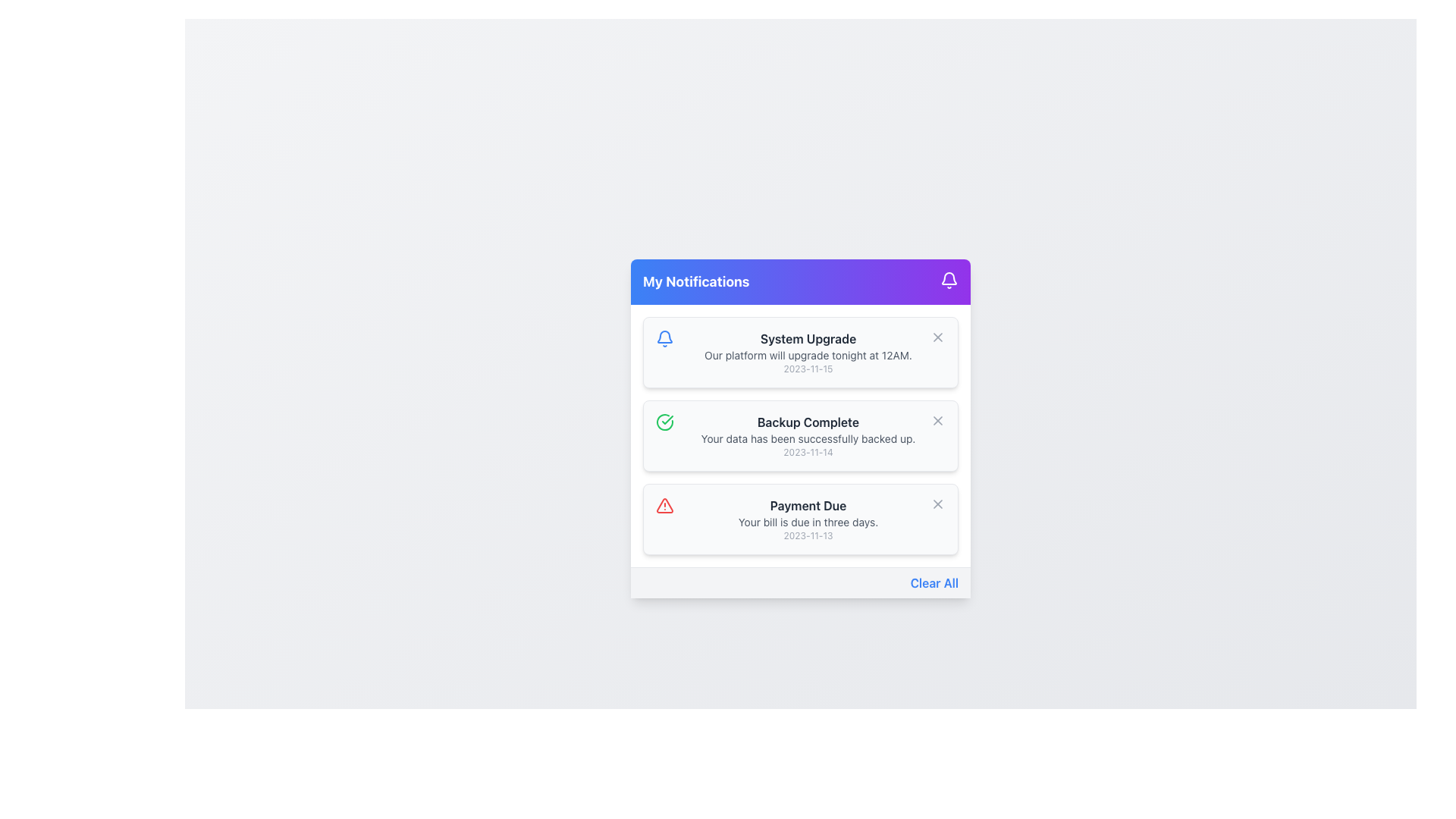 The image size is (1456, 819). Describe the element at coordinates (807, 337) in the screenshot. I see `title text of the 'System Upgrade' label displayed in bold, dark gray font within the first notification card in the 'My Notifications' panel` at that location.